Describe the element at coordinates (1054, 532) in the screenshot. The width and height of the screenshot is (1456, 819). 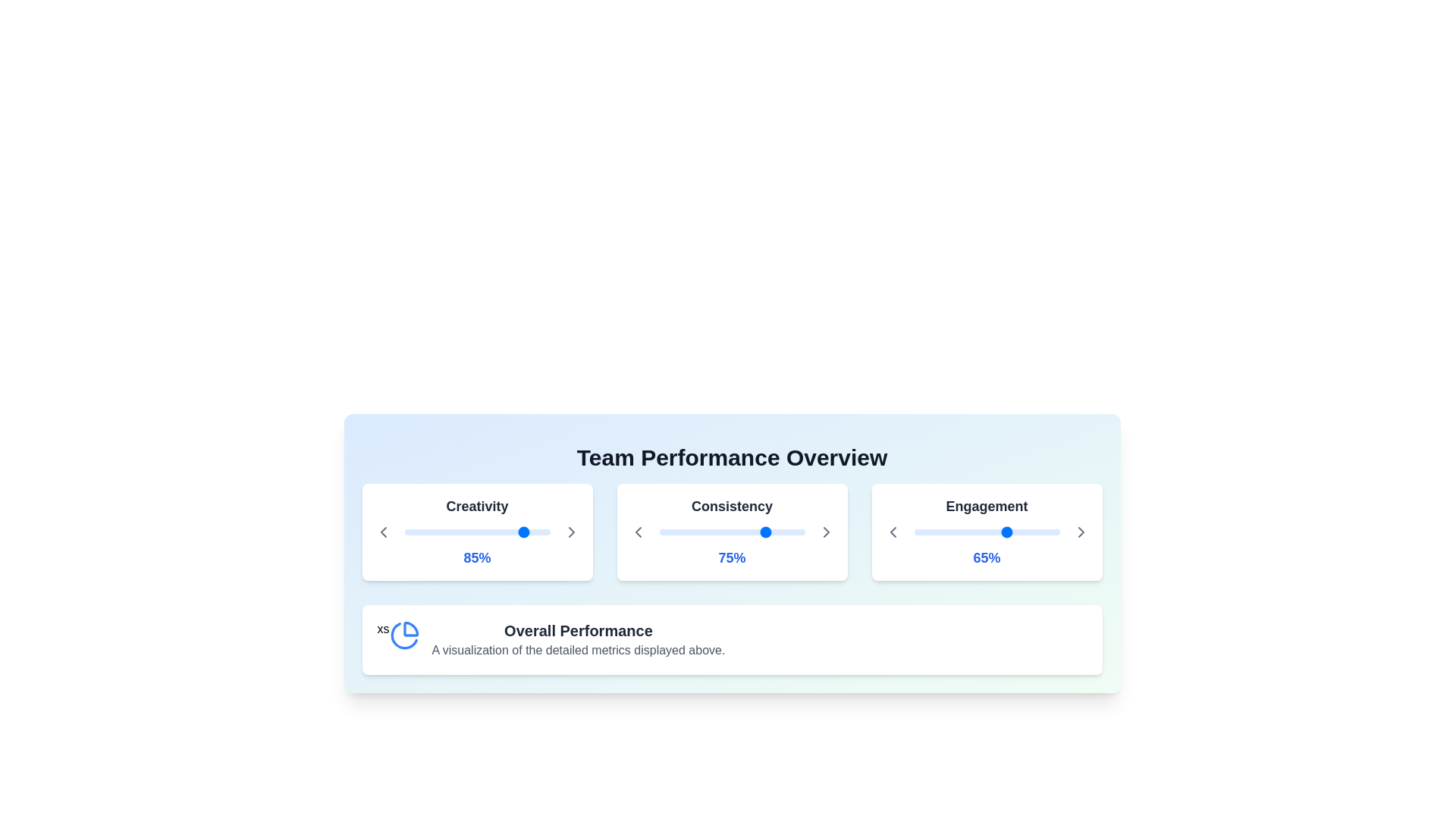
I see `engagement` at that location.